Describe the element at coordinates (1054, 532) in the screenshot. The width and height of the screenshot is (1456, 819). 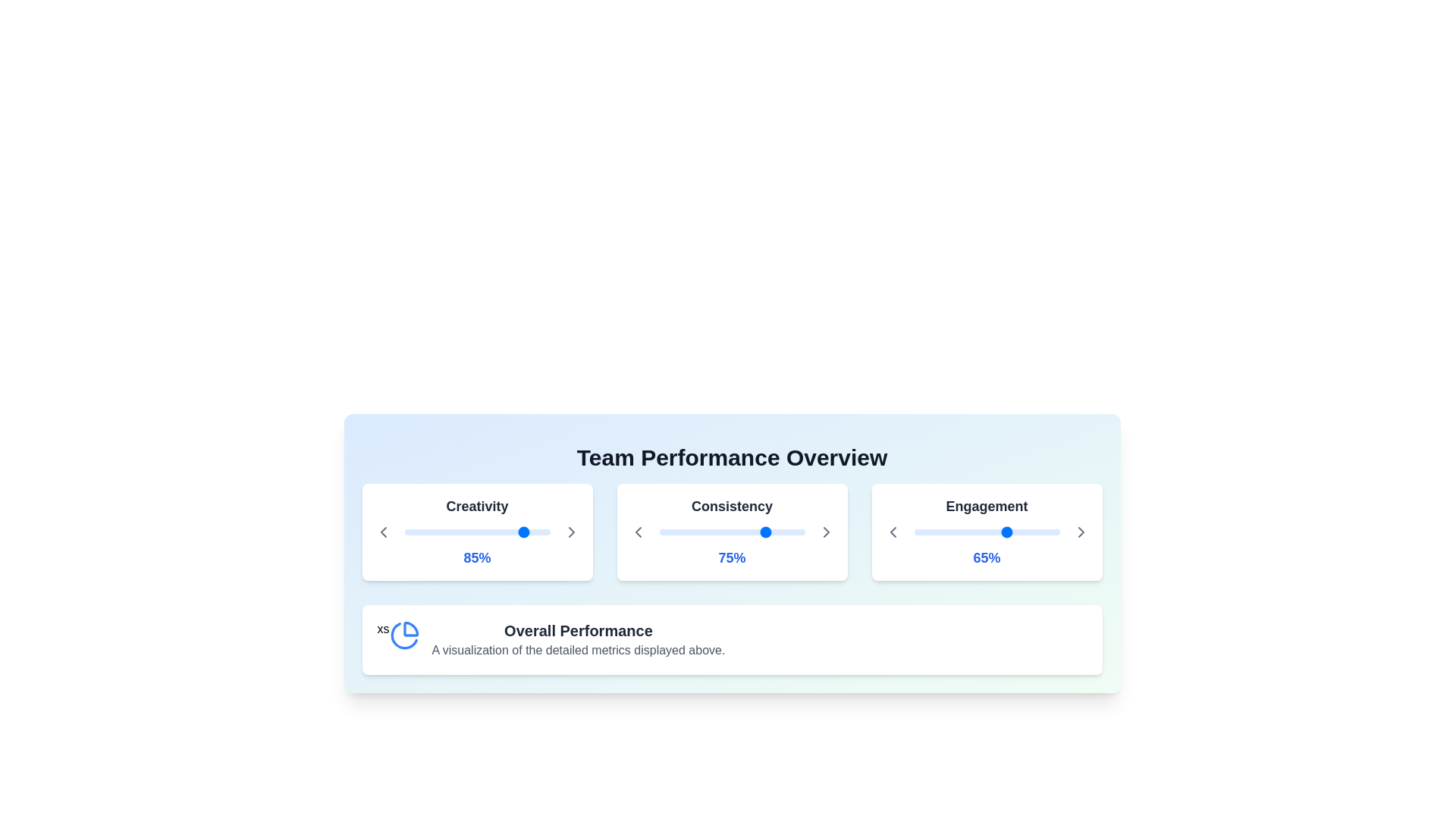
I see `engagement` at that location.